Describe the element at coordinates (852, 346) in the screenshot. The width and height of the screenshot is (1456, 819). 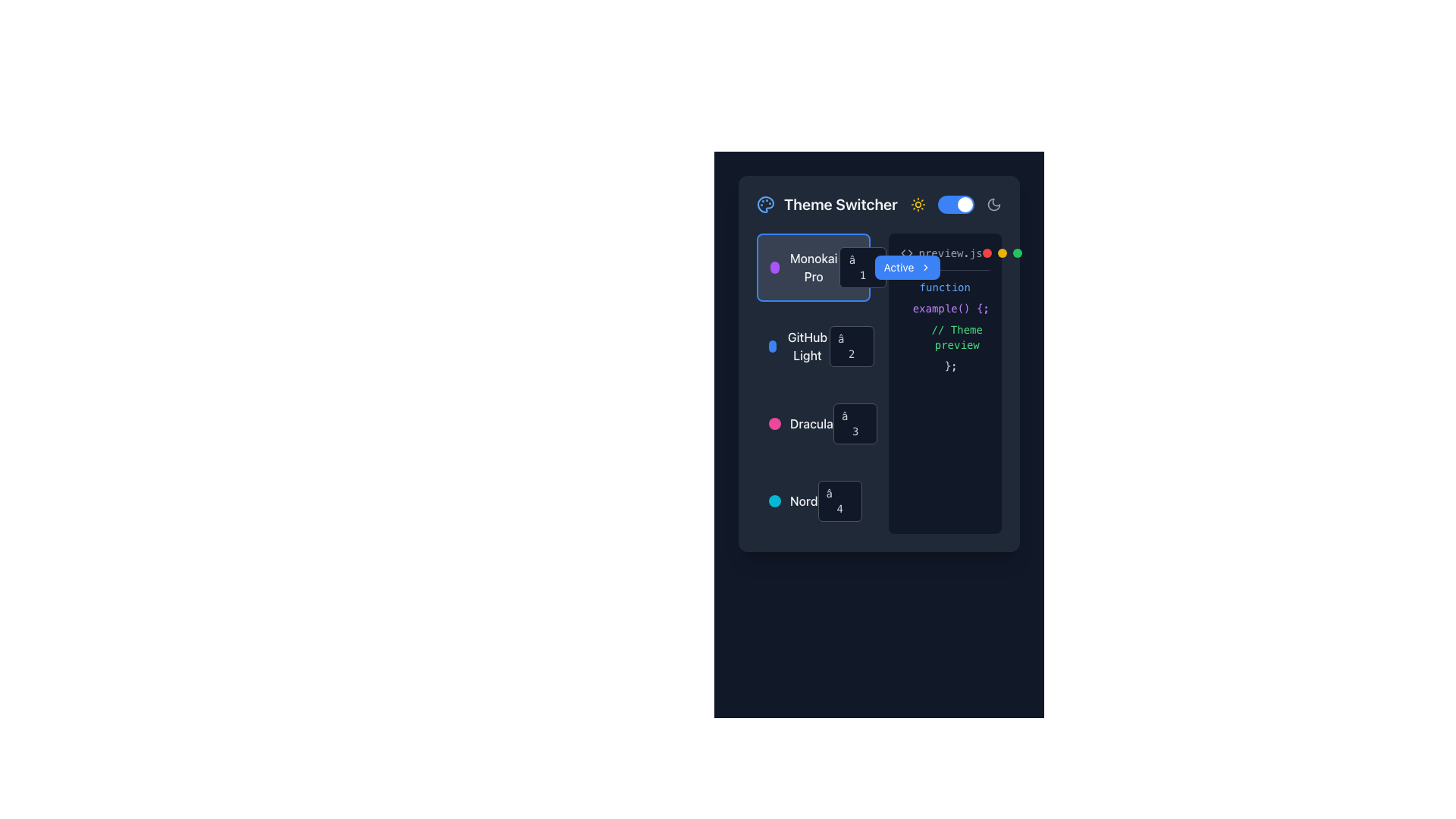
I see `the 'GitHub Light' theme text label or badge, which is located in the second row of the theme options list, to the right of the theme label and colored indicator` at that location.